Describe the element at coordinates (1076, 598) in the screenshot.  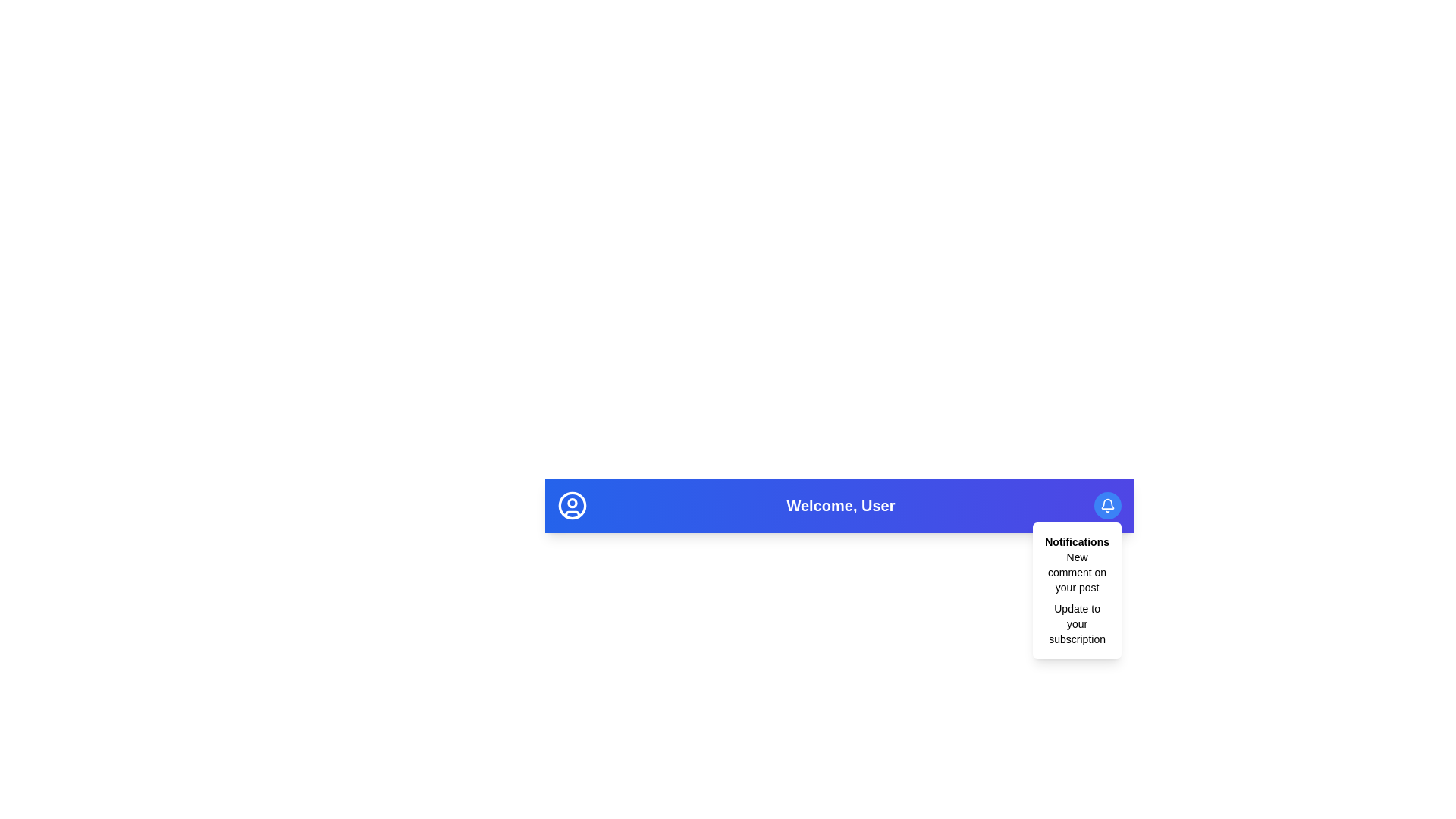
I see `the notification summary label located in the dropdown notification panel at the upper-right corner of the interface, below the header 'Notifications'` at that location.